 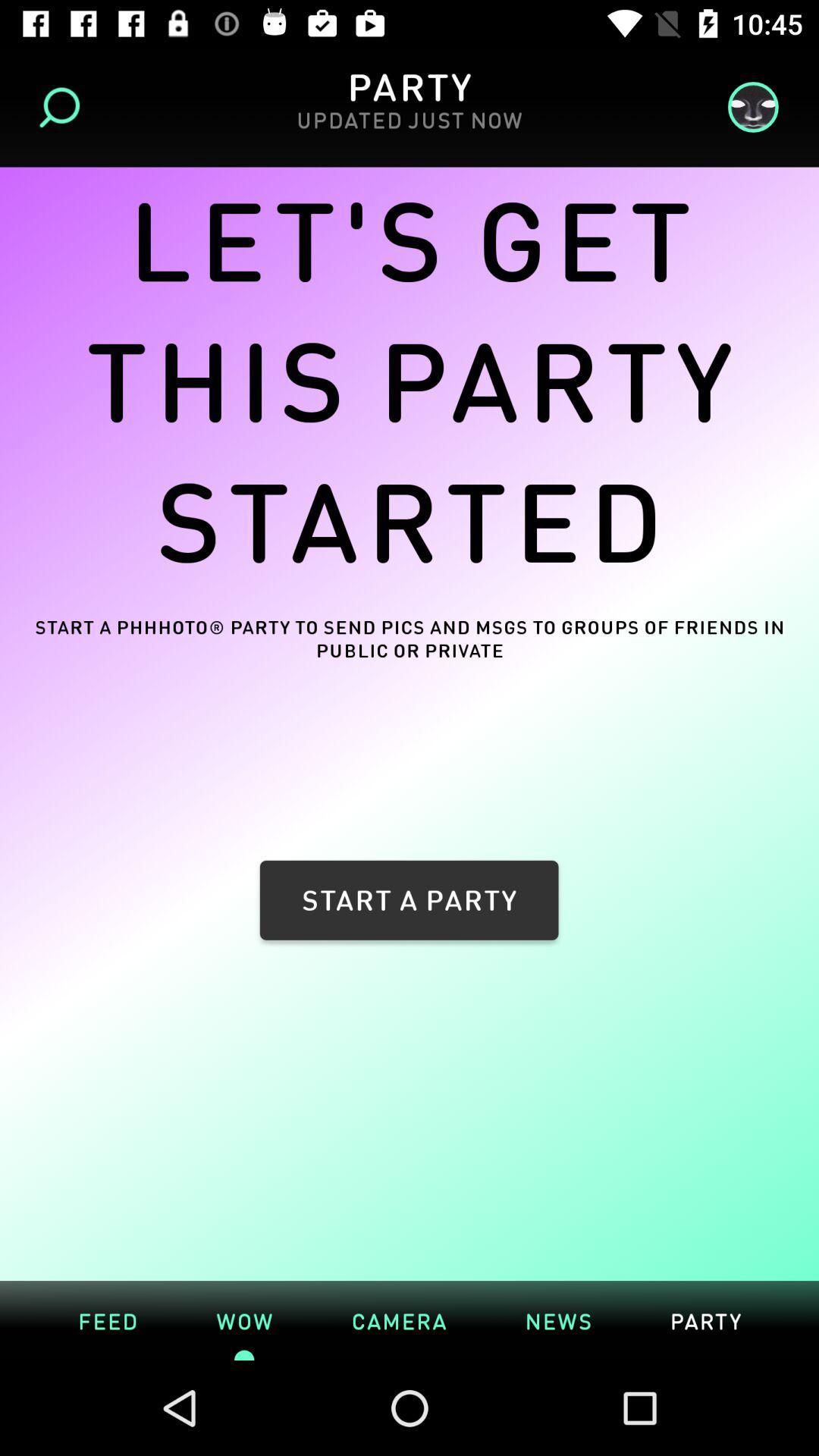 What do you see at coordinates (107, 1319) in the screenshot?
I see `icon below start a phhhoto item` at bounding box center [107, 1319].